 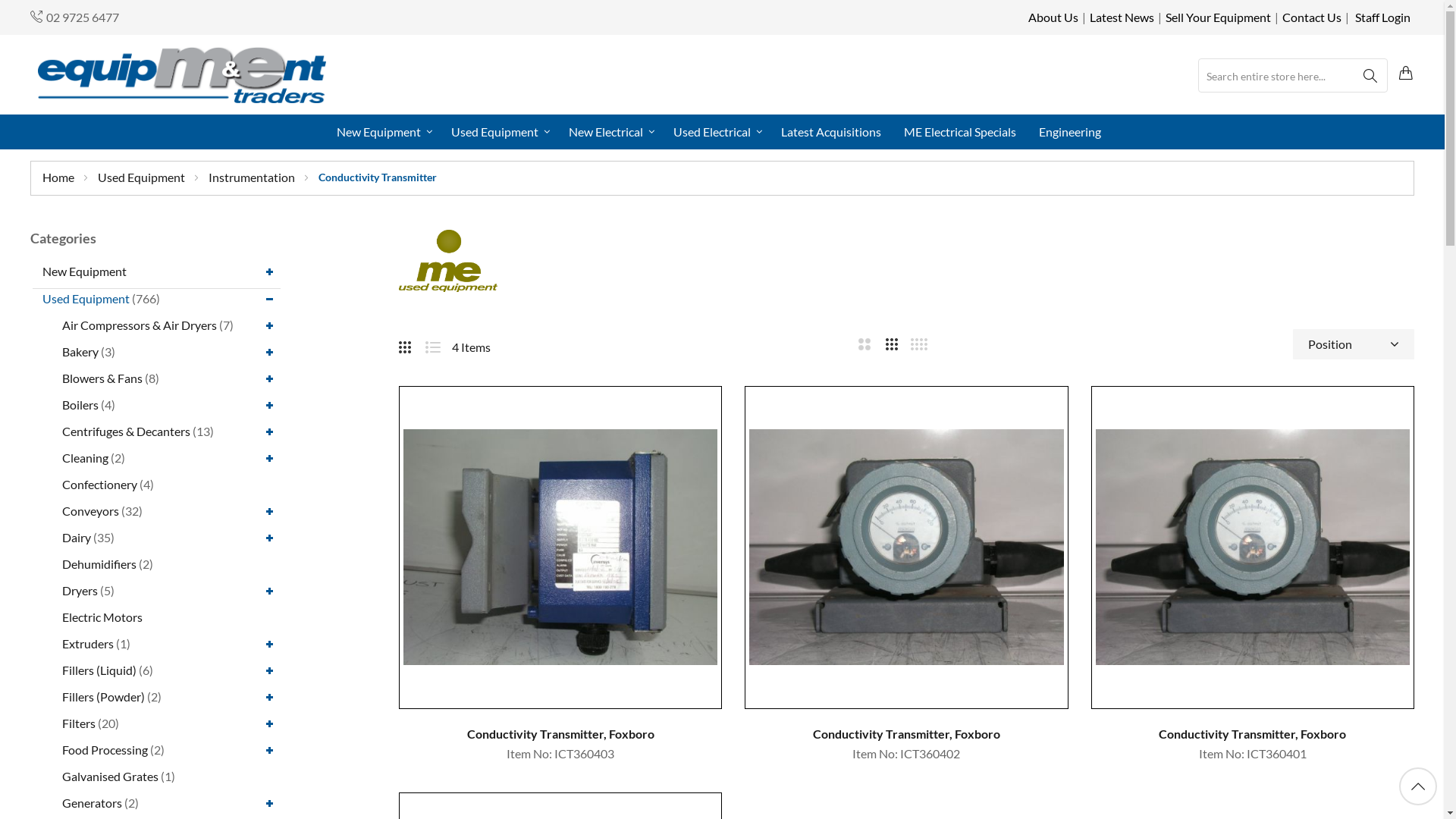 I want to click on 'Electric Motors', so click(x=101, y=617).